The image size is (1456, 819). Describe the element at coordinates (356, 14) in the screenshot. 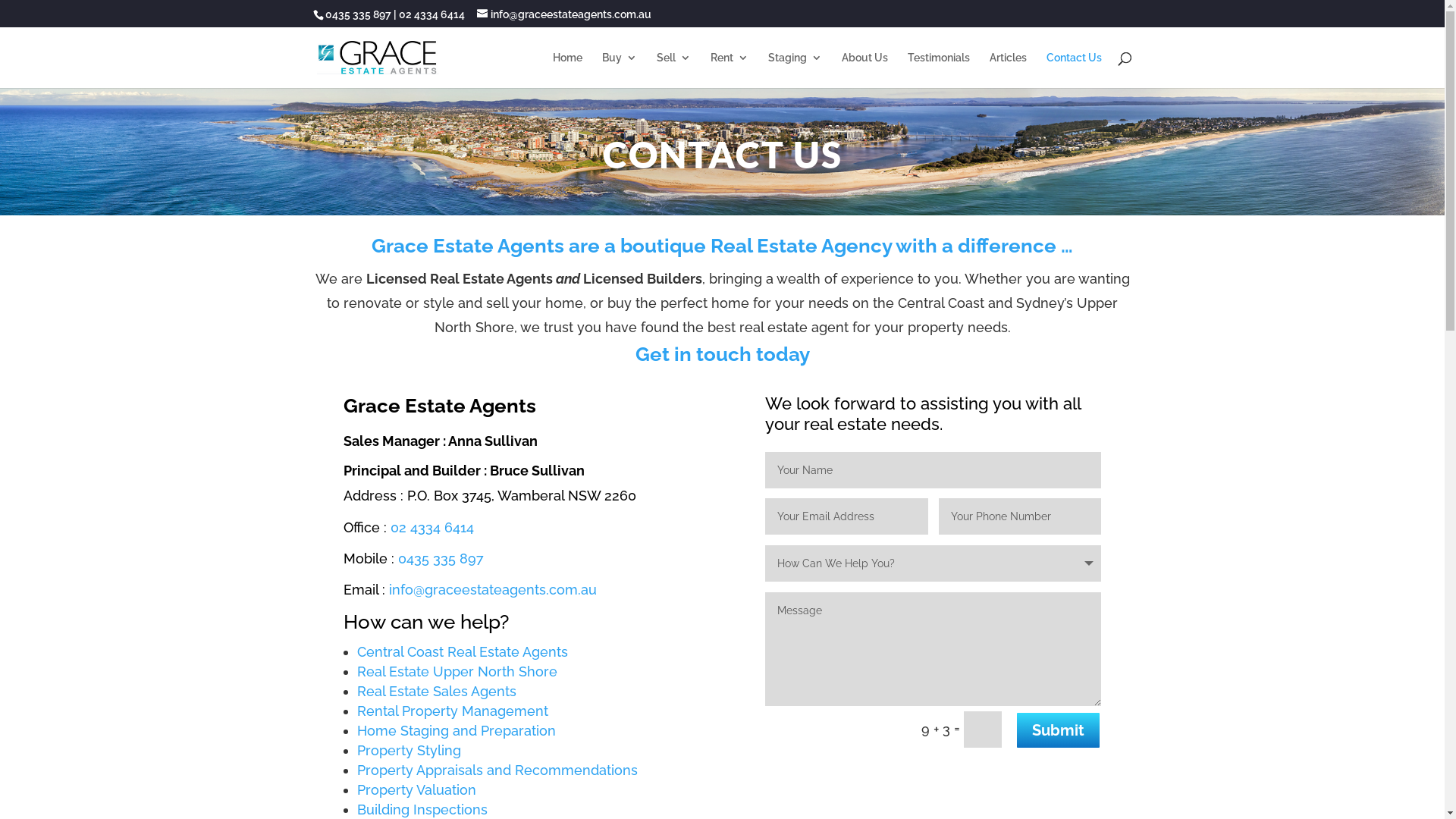

I see `'0435 335 897'` at that location.